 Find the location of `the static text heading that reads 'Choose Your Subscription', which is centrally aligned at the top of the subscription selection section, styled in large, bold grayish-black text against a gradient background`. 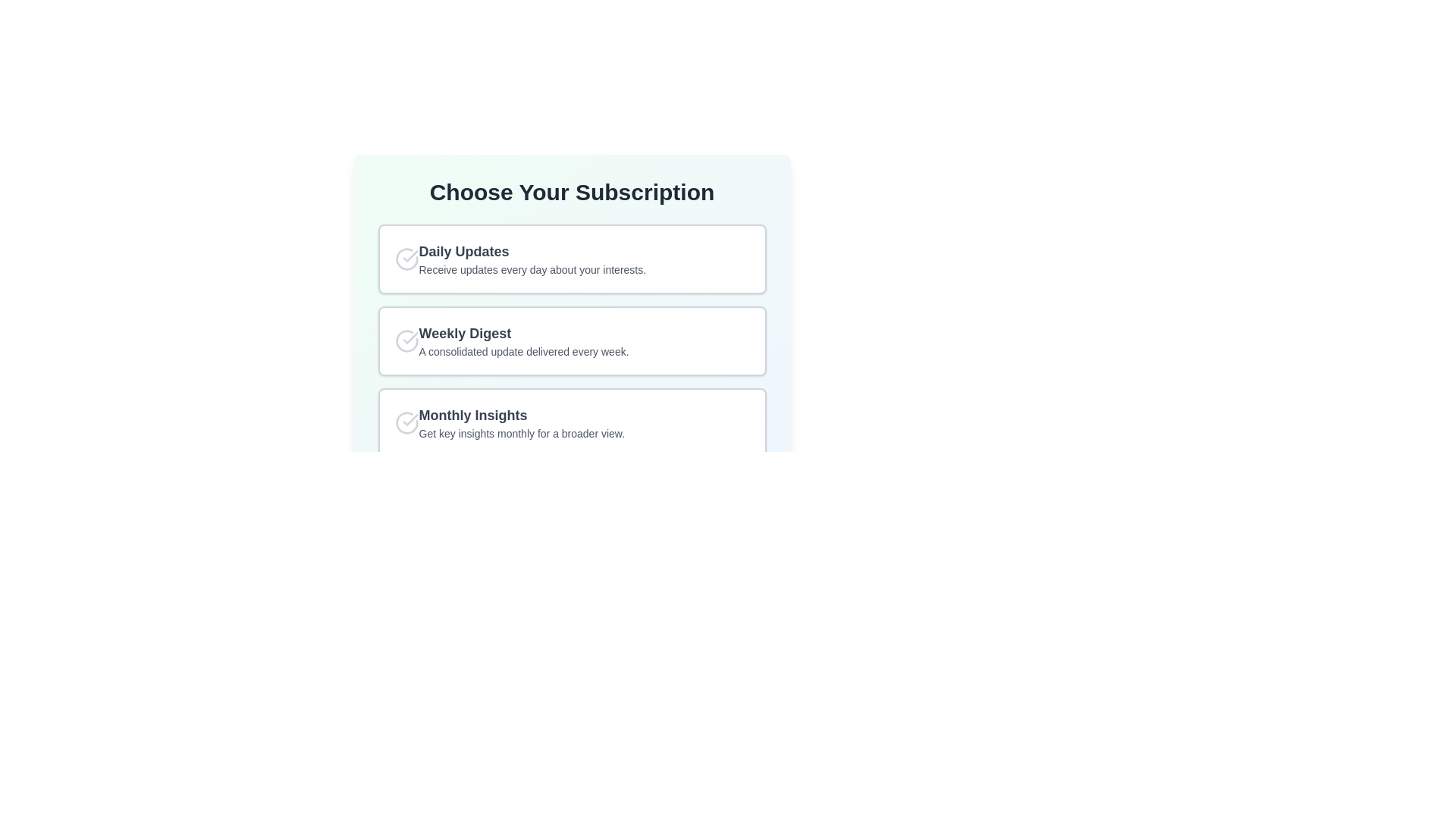

the static text heading that reads 'Choose Your Subscription', which is centrally aligned at the top of the subscription selection section, styled in large, bold grayish-black text against a gradient background is located at coordinates (571, 192).